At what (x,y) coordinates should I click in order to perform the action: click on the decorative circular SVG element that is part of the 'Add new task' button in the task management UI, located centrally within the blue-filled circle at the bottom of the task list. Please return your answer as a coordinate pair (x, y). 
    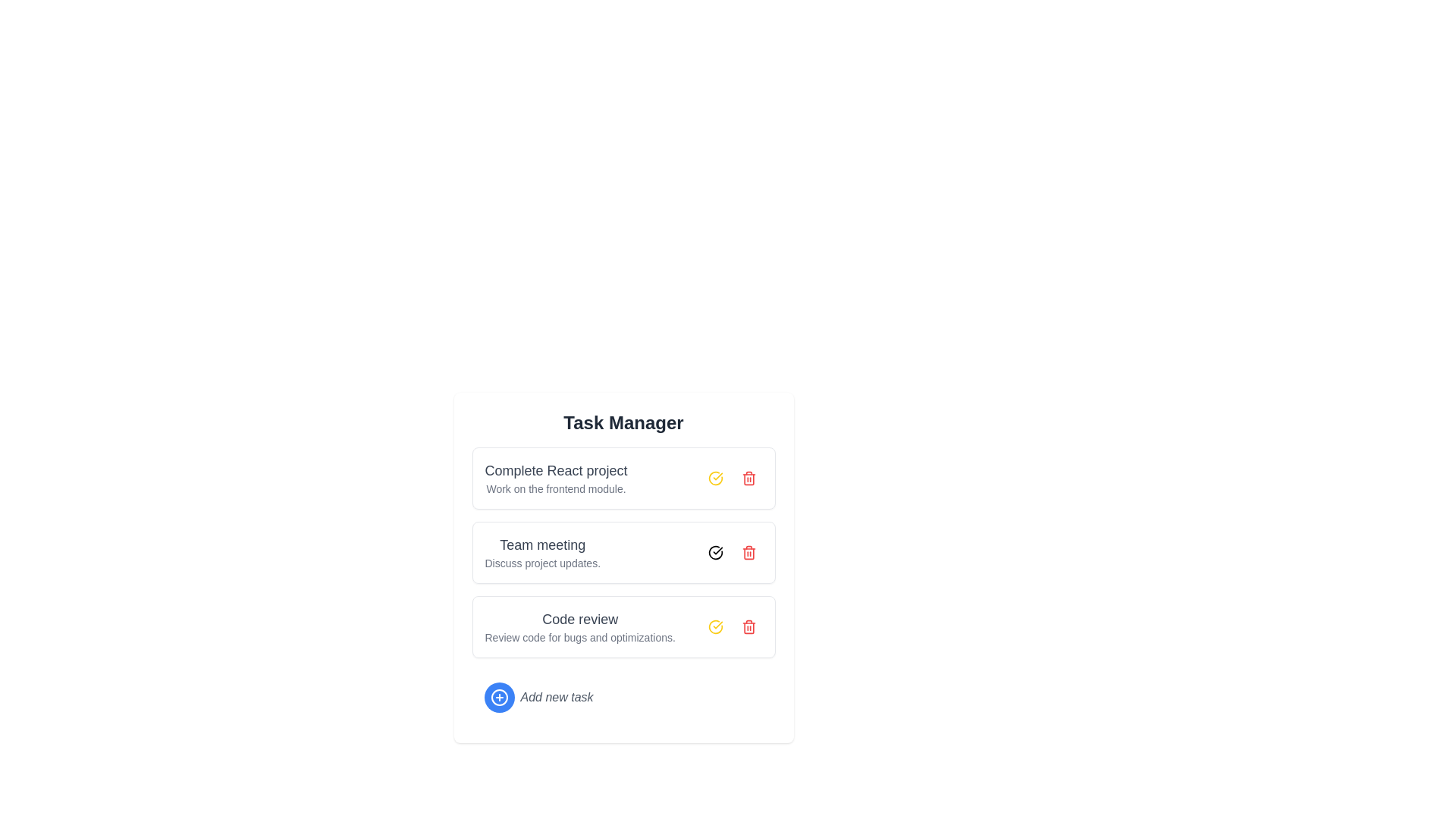
    Looking at the image, I should click on (499, 698).